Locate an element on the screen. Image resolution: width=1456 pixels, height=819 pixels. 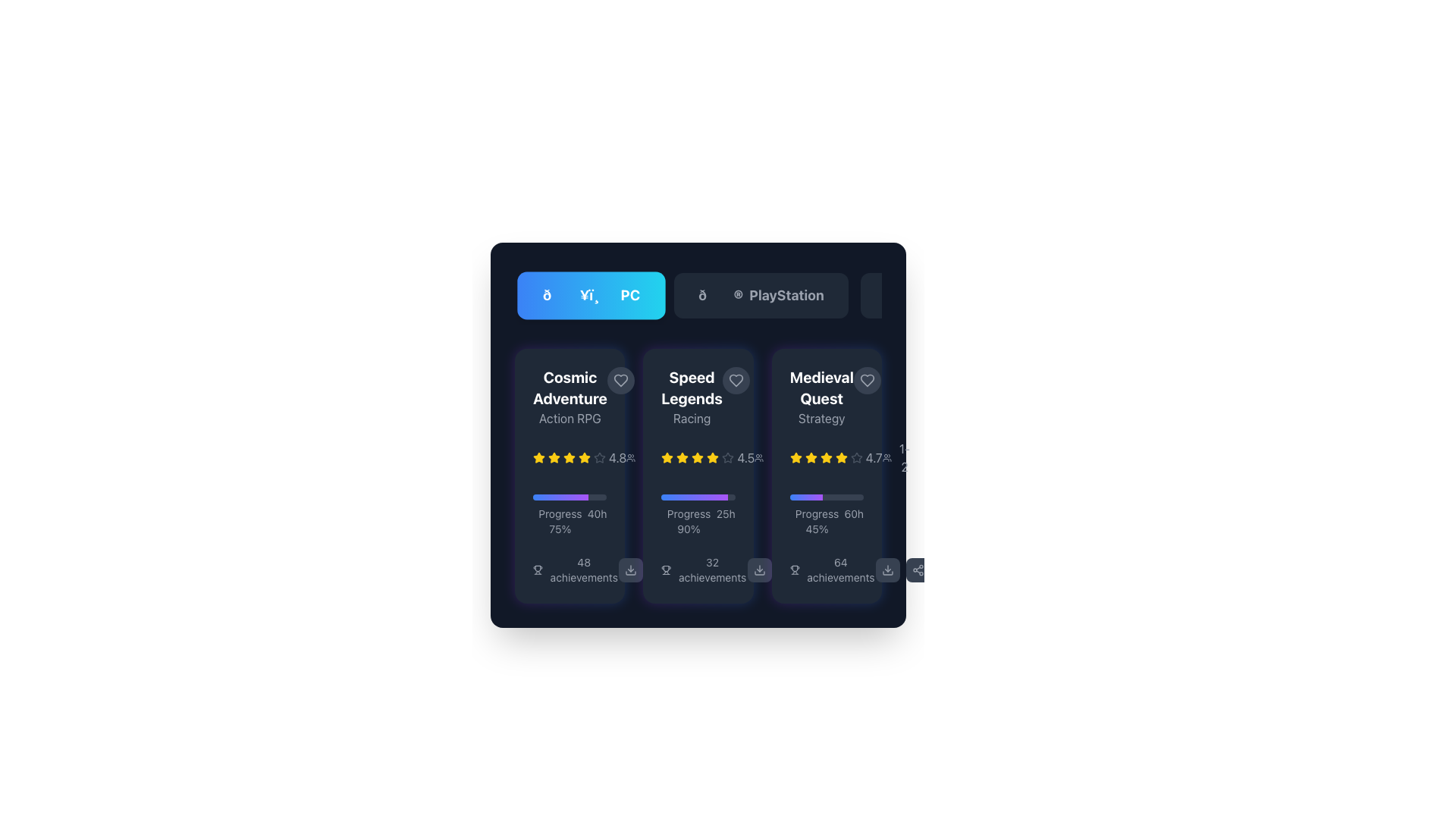
the static text label displaying the user's progress percentage, located in the bottom section of the third card, below the progress bar and next to '60h' is located at coordinates (816, 520).